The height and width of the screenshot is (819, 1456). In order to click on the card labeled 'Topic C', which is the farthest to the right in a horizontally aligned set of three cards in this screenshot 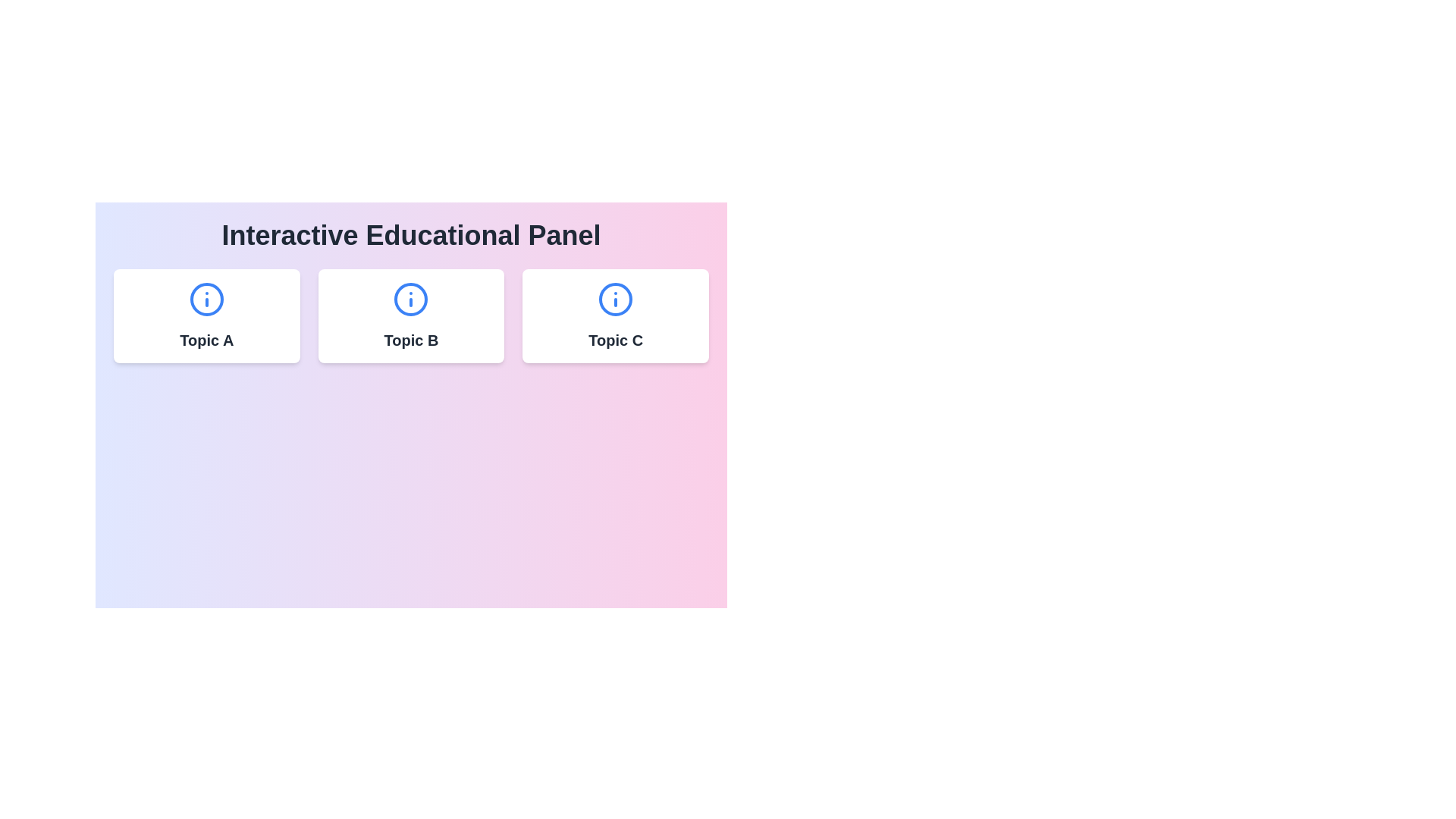, I will do `click(616, 315)`.